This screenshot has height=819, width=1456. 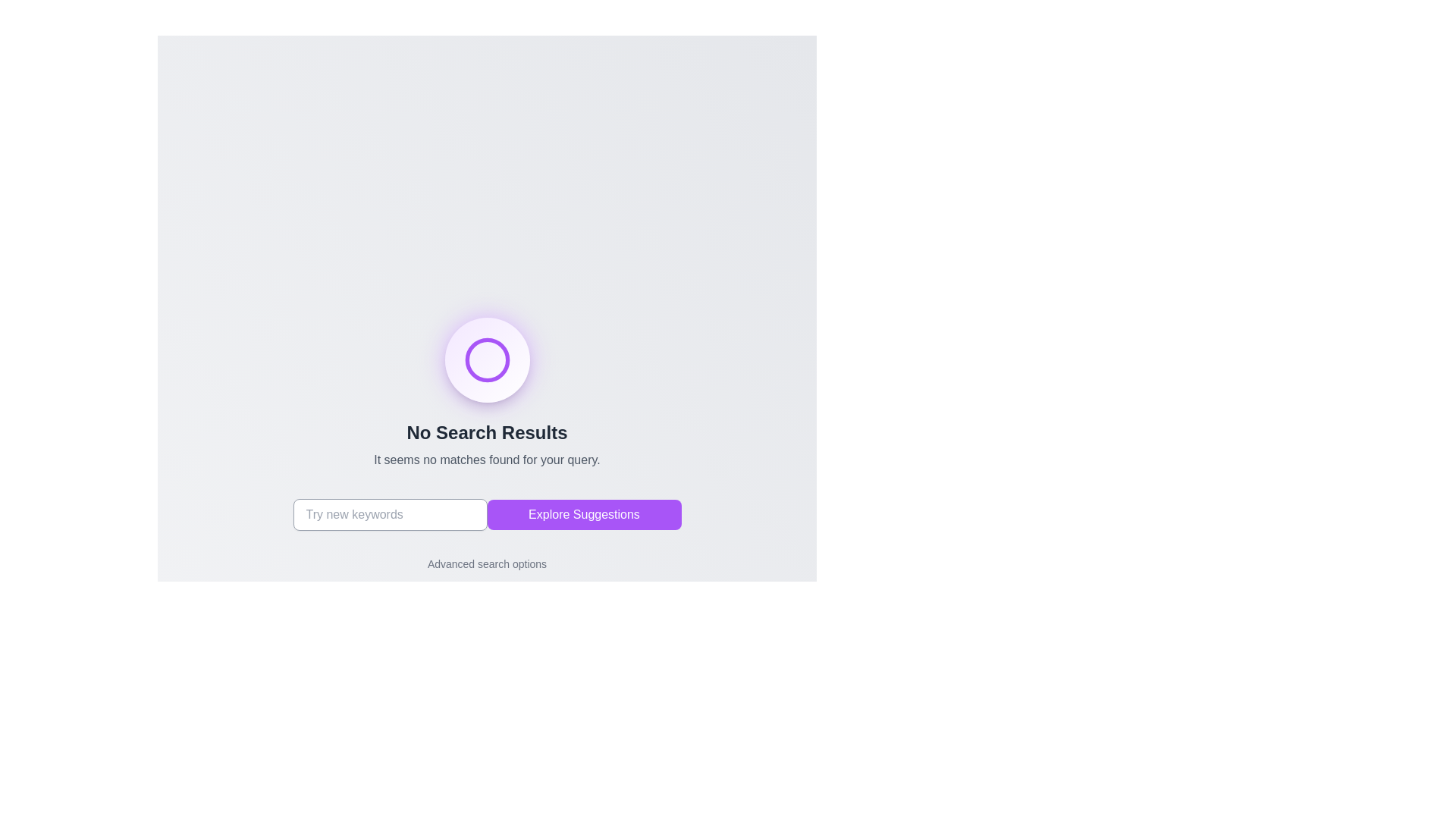 What do you see at coordinates (487, 509) in the screenshot?
I see `the button that triggers suggestions, positioned below the 'No Search Results' section, to observe the transition effect` at bounding box center [487, 509].